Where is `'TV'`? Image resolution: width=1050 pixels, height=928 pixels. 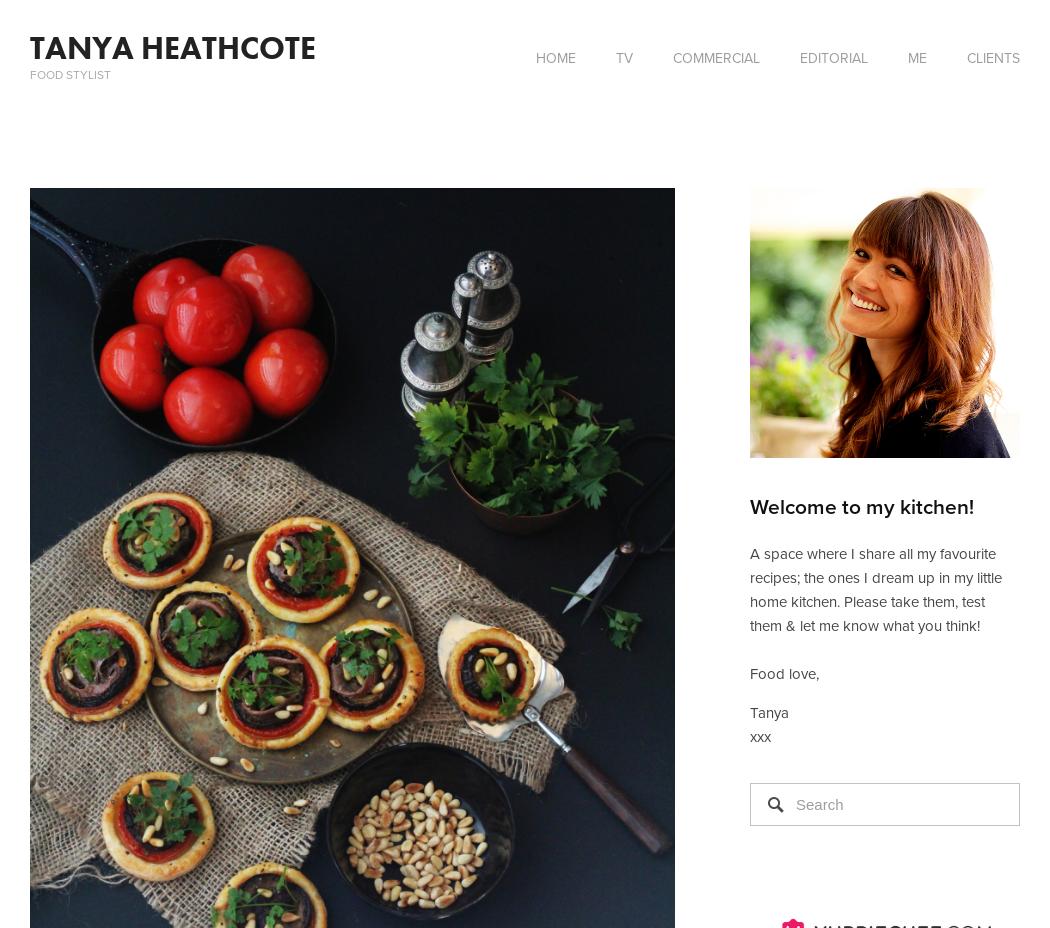 'TV' is located at coordinates (624, 57).